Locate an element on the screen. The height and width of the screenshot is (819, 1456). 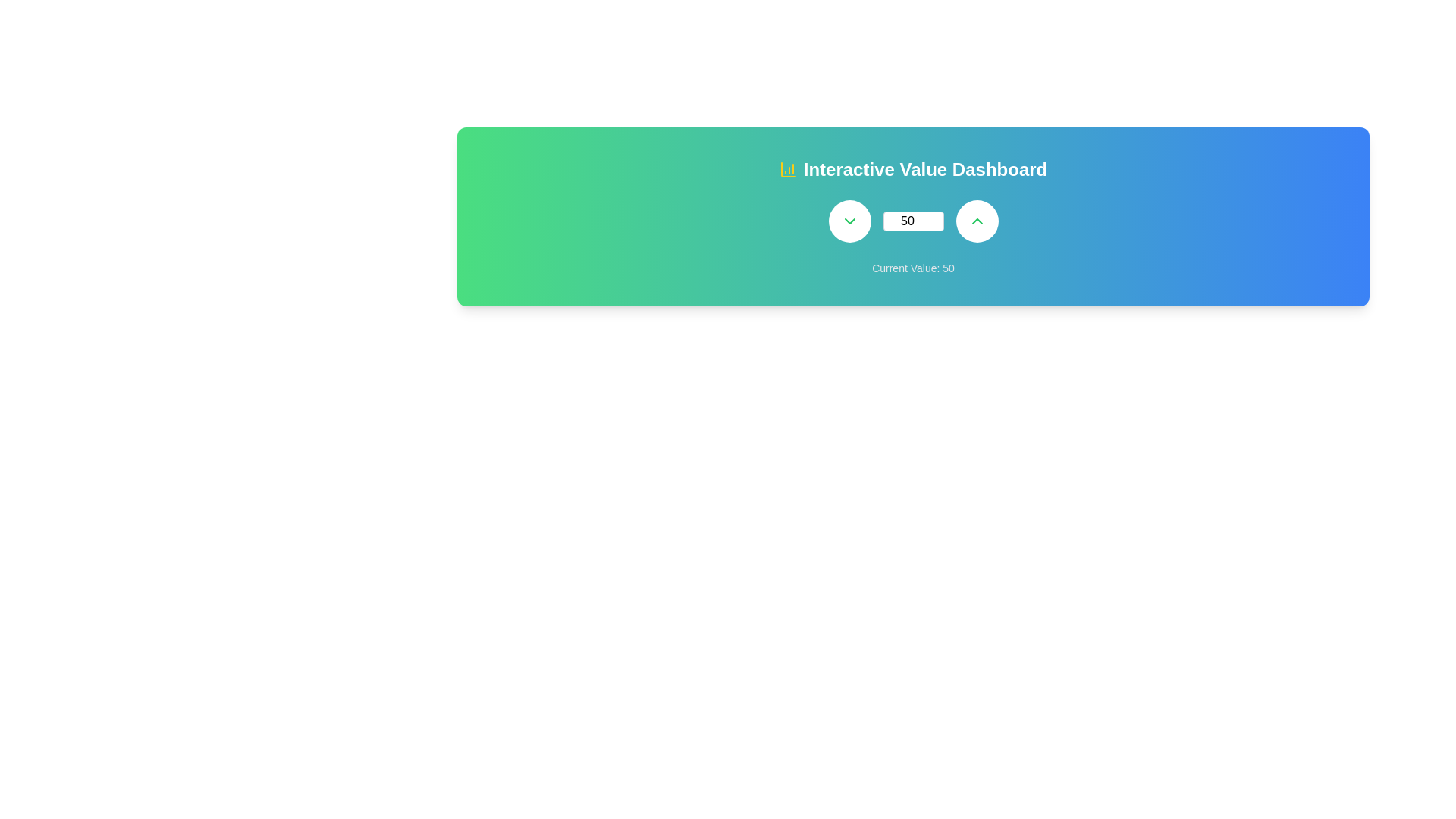
the circular white button with a green chevron-down icon, which is the first button in a group of three horizontally arranged in the middle of a gradient header bar, to trigger the hover effect is located at coordinates (849, 221).